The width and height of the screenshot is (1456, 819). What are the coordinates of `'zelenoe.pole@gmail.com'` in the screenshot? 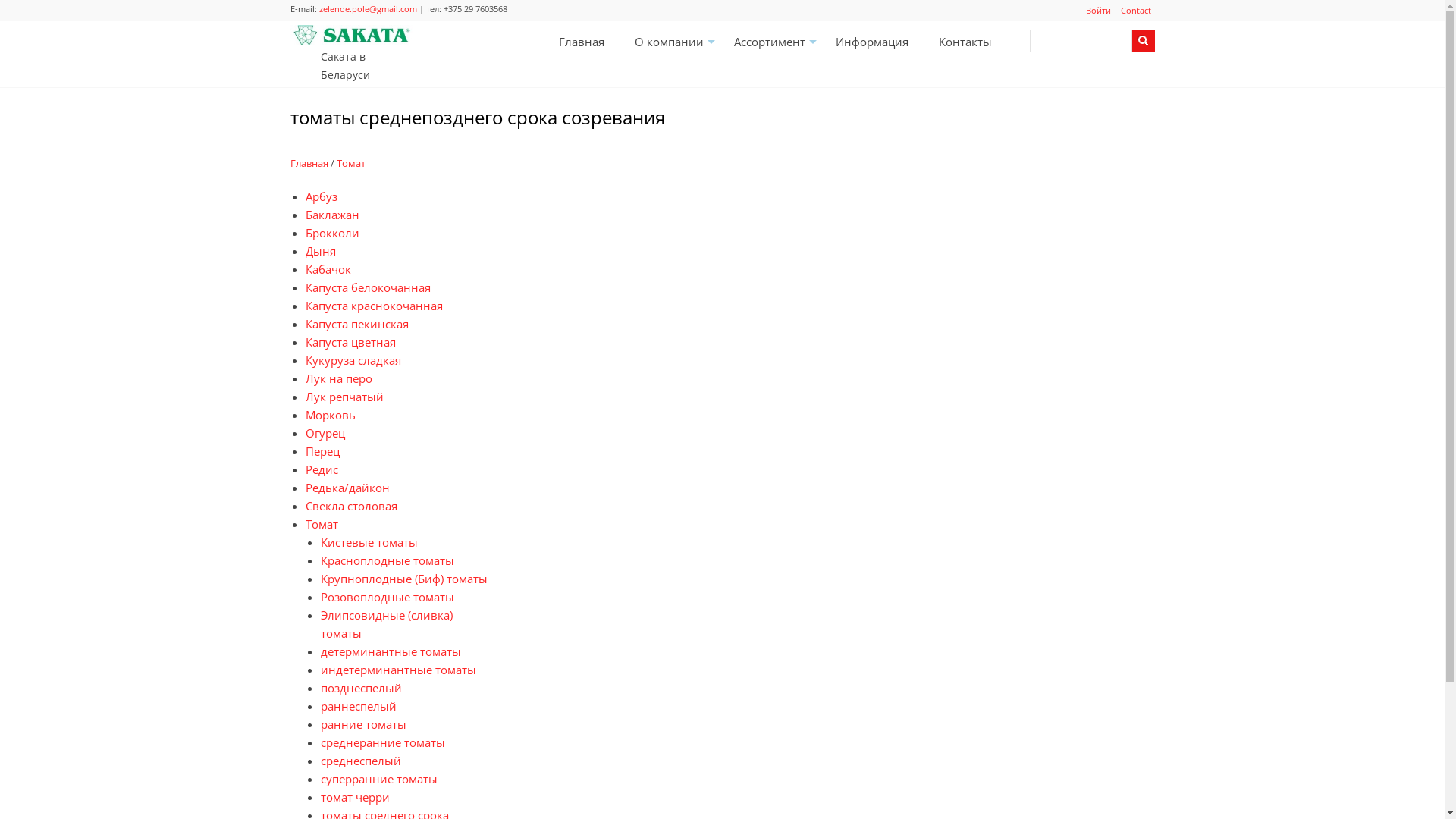 It's located at (367, 8).